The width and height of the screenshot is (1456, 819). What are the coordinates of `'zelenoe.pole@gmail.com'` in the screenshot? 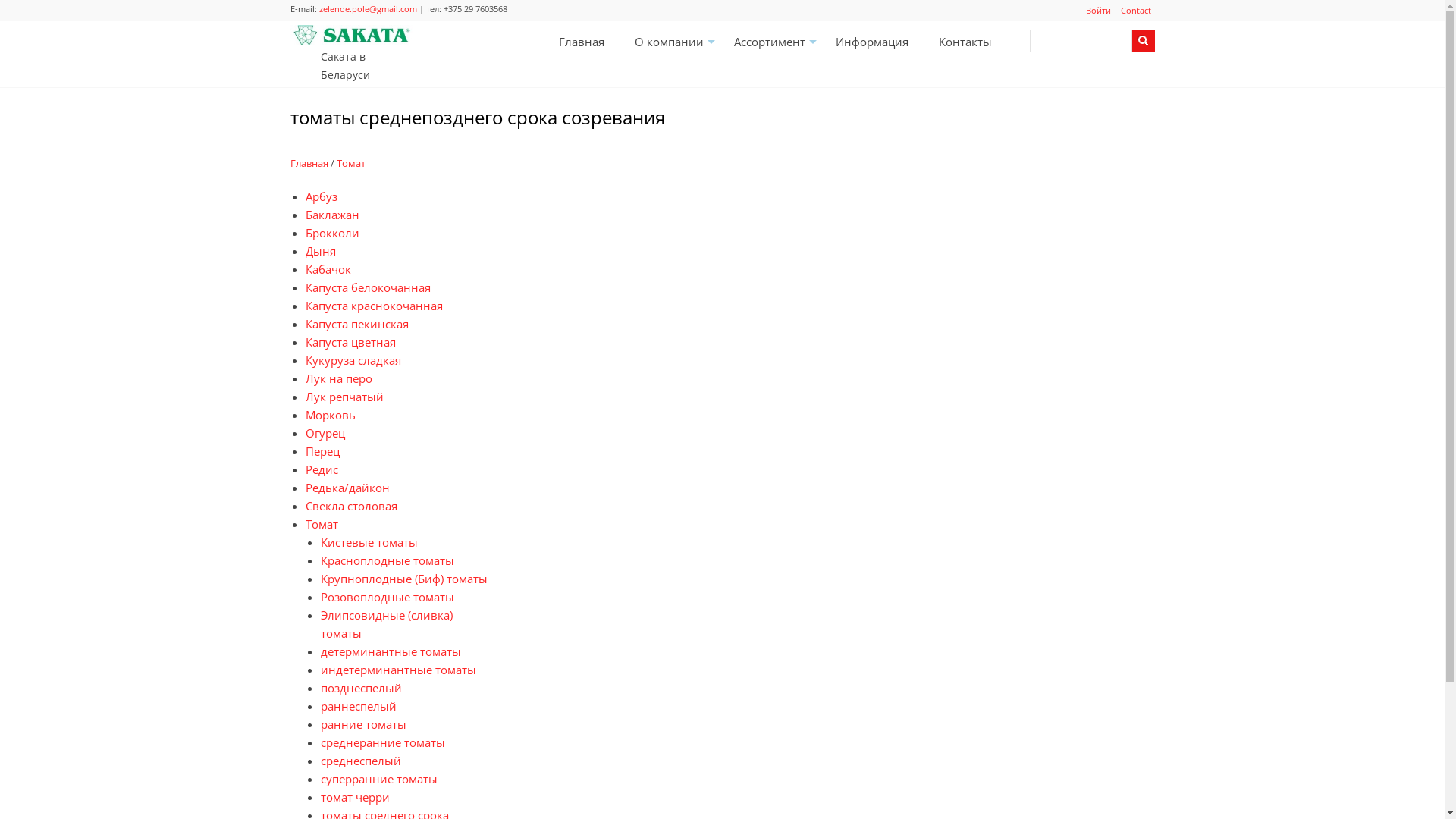 It's located at (367, 8).